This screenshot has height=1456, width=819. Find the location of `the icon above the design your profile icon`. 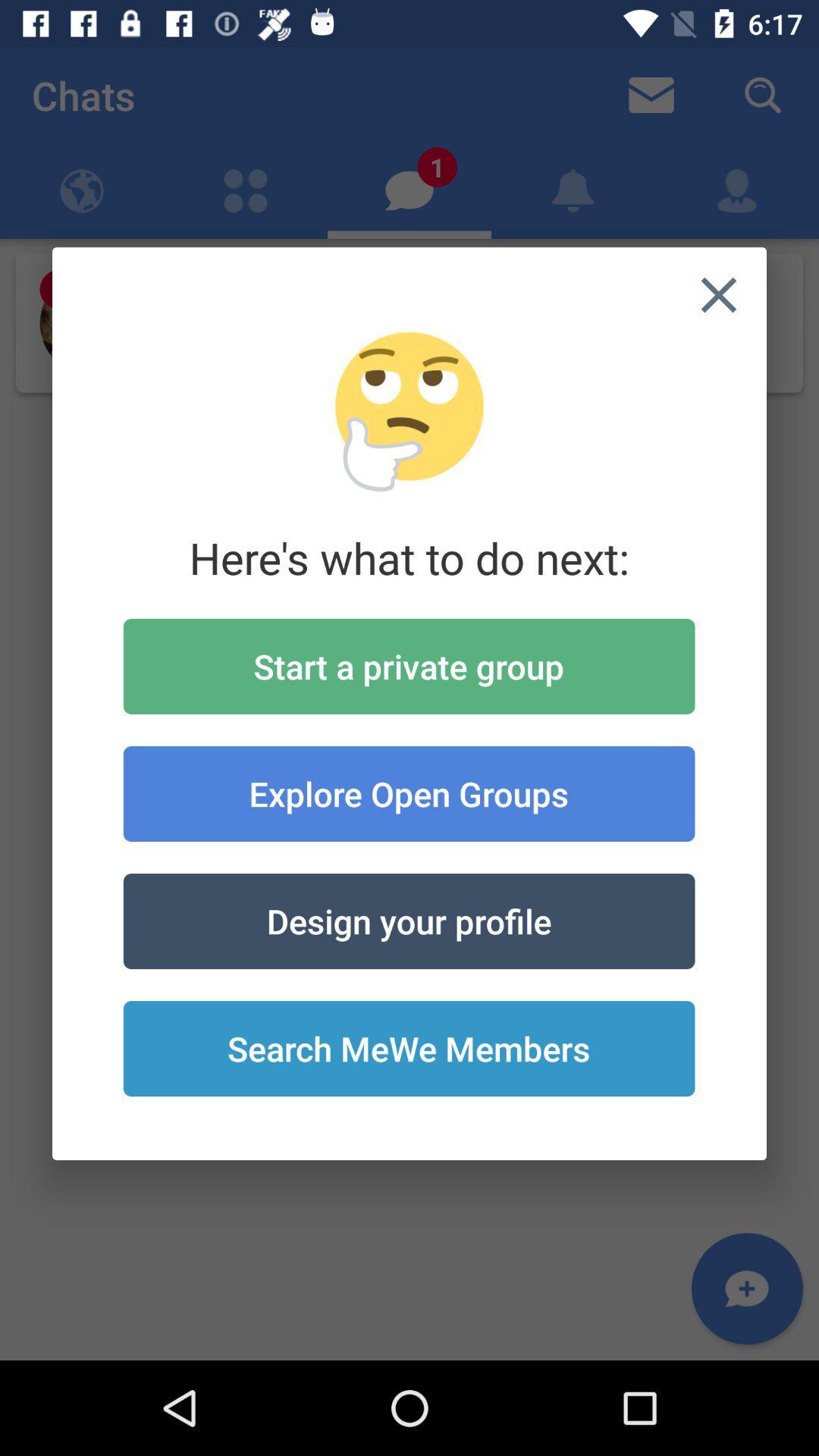

the icon above the design your profile icon is located at coordinates (408, 792).